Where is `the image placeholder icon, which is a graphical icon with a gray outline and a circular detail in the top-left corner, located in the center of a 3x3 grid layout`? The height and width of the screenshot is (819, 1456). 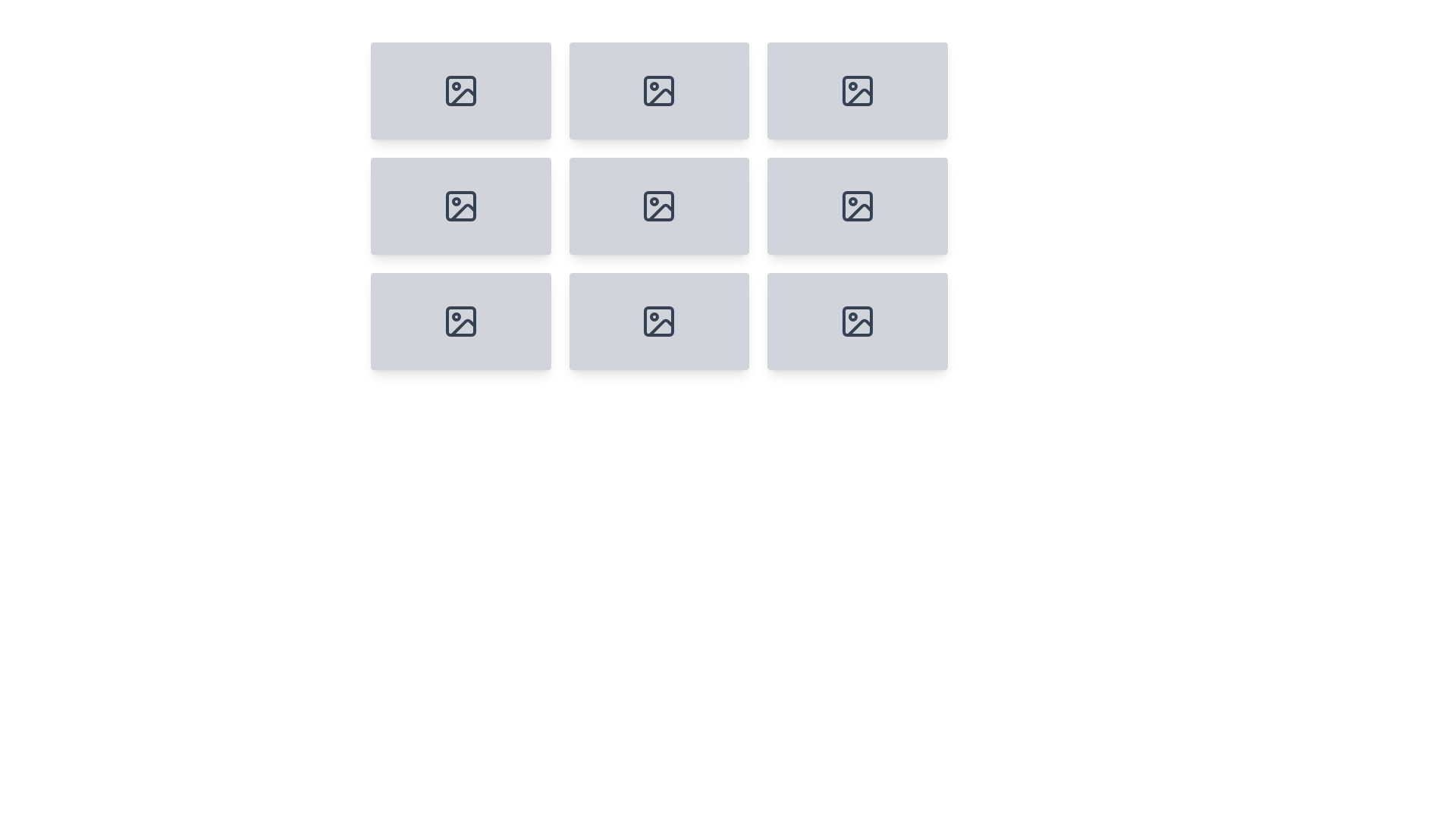 the image placeholder icon, which is a graphical icon with a gray outline and a circular detail in the top-left corner, located in the center of a 3x3 grid layout is located at coordinates (659, 321).